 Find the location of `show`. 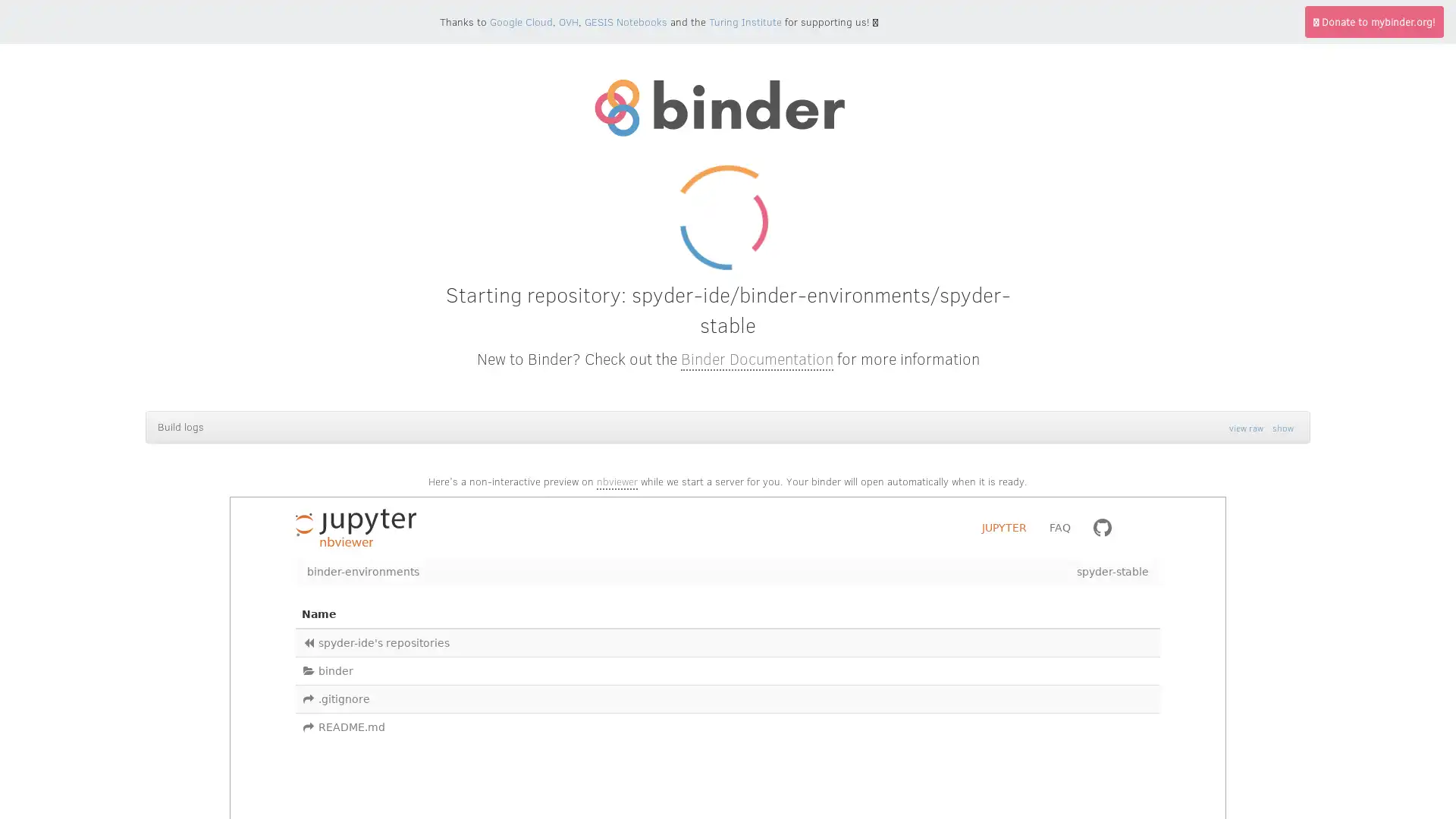

show is located at coordinates (1282, 427).